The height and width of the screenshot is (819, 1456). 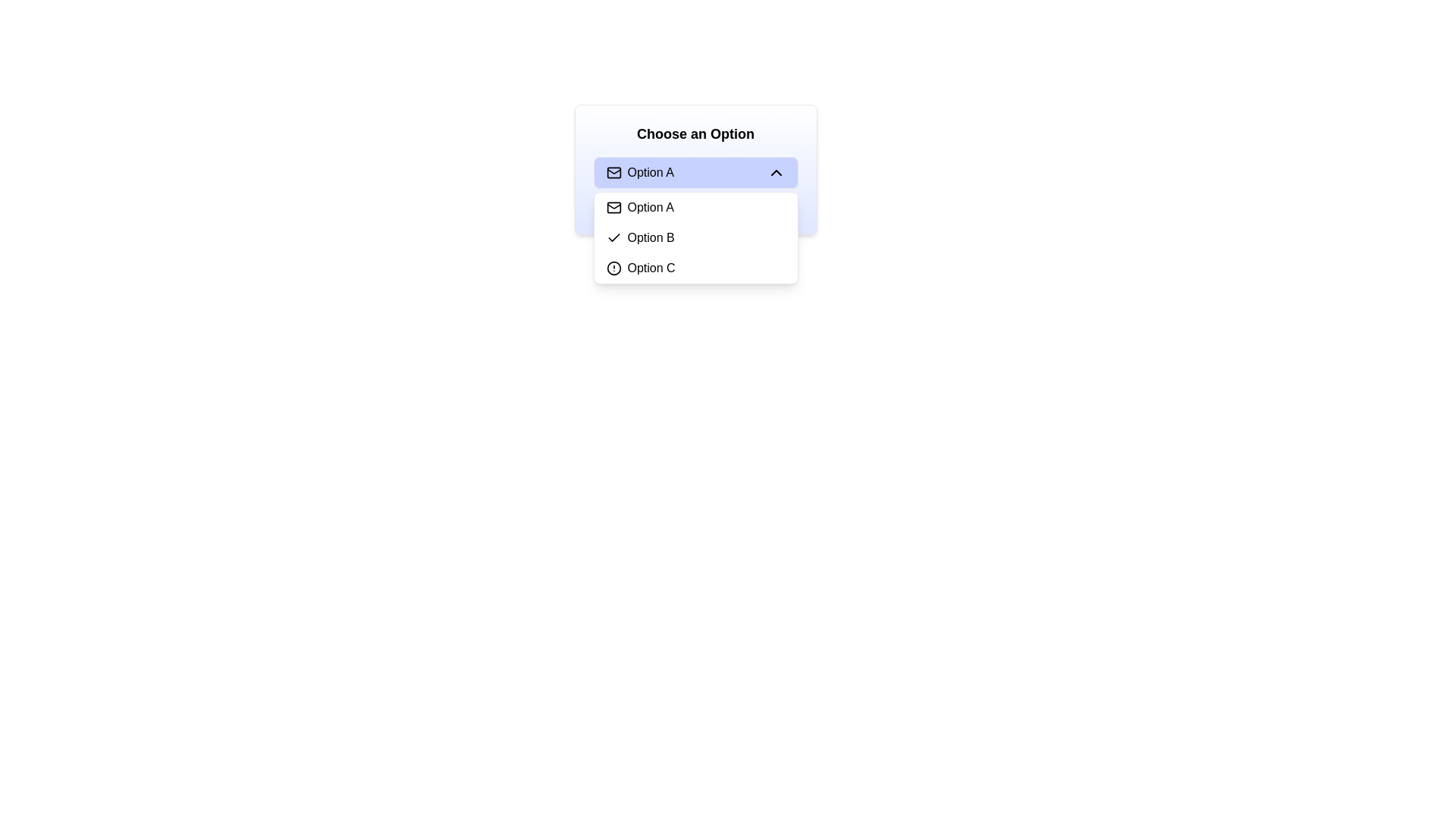 I want to click on text displayed in the label that shows 'Option A', which is positioned to the right of the envelope icon in the dropdown list under 'Choose an Option', so click(x=651, y=171).